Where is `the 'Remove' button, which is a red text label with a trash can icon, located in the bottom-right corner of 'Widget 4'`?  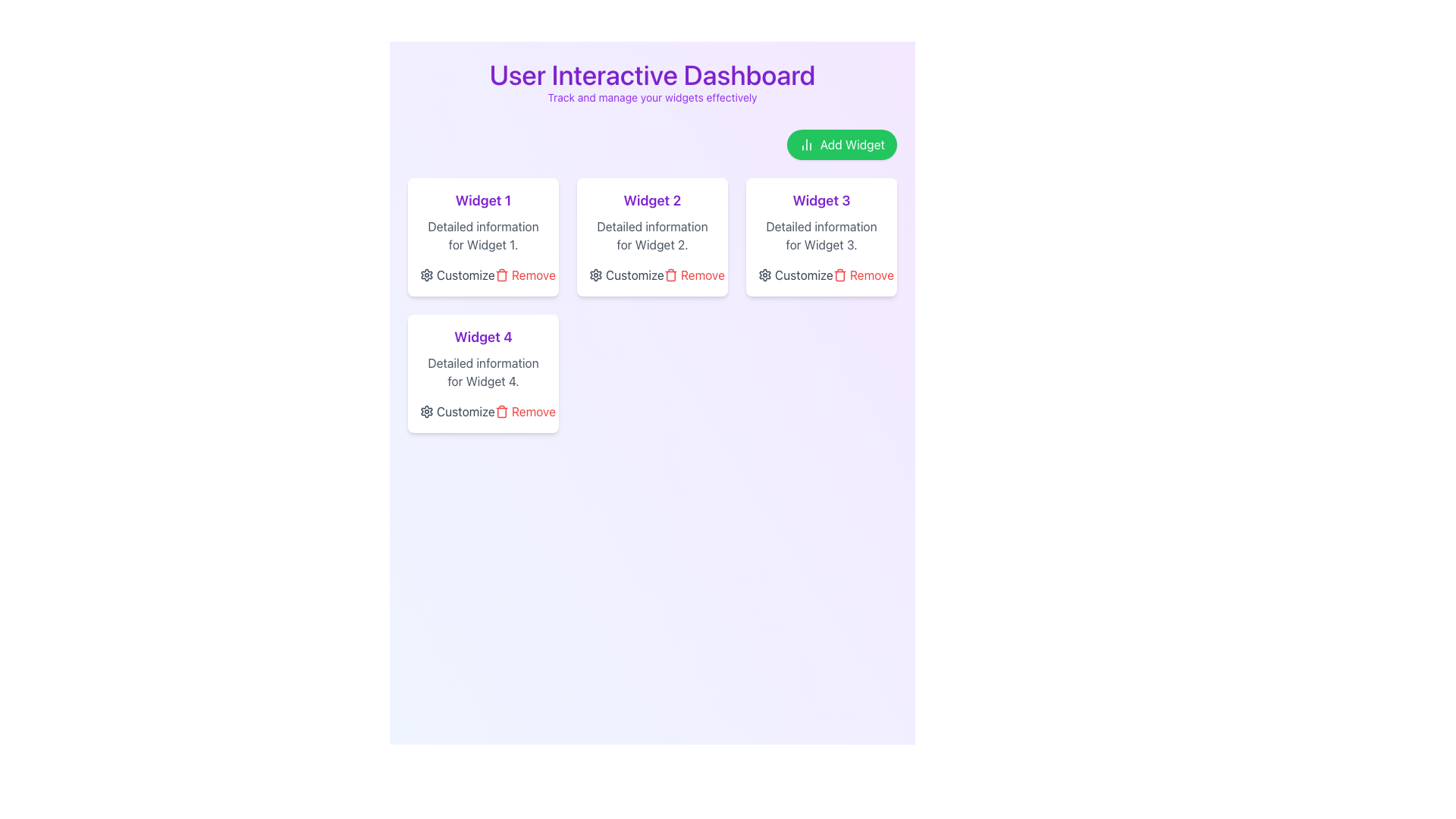
the 'Remove' button, which is a red text label with a trash can icon, located in the bottom-right corner of 'Widget 4' is located at coordinates (525, 412).